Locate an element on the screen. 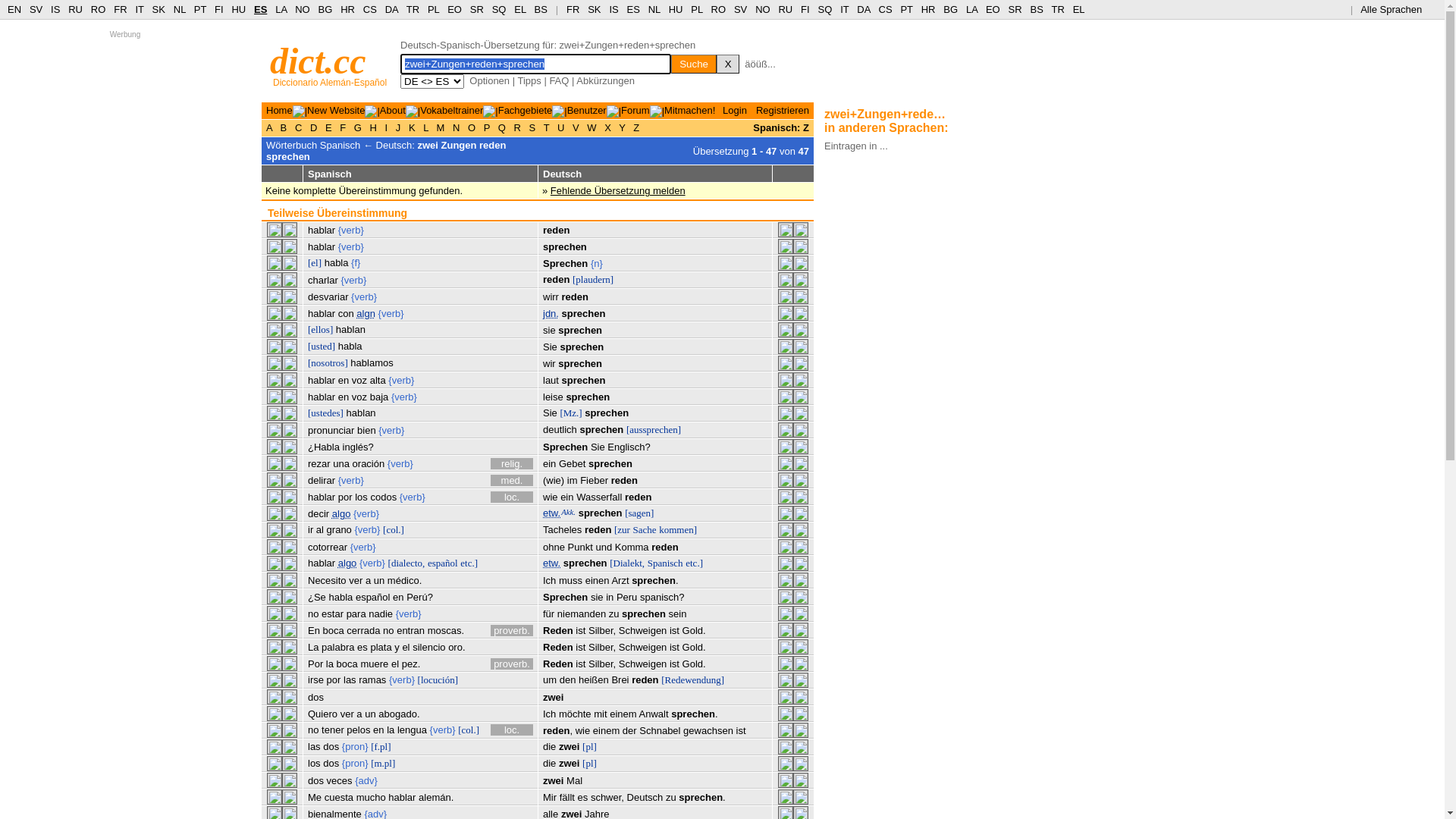  'habla' is located at coordinates (349, 346).